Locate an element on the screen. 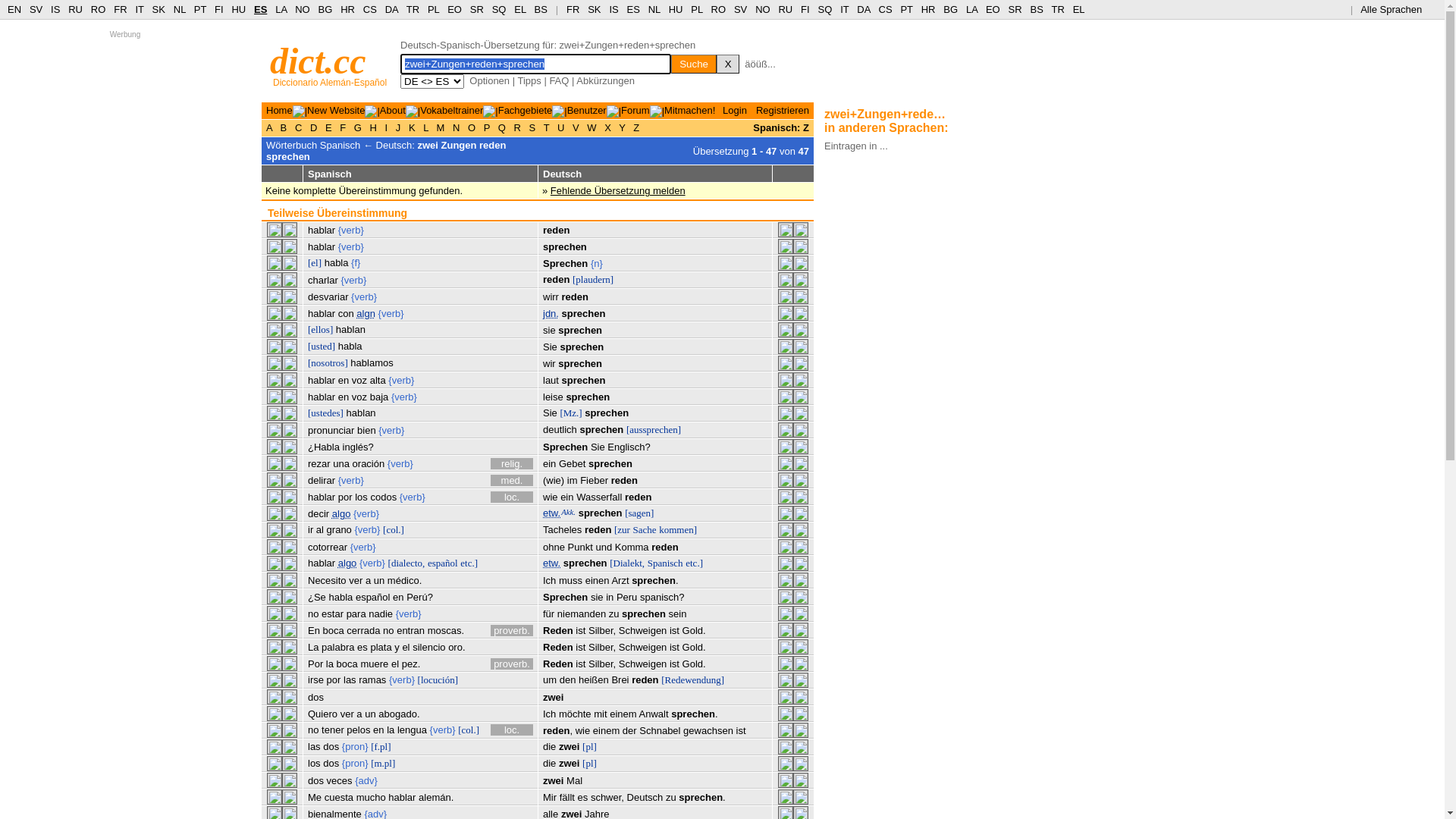  'habla' is located at coordinates (349, 346).